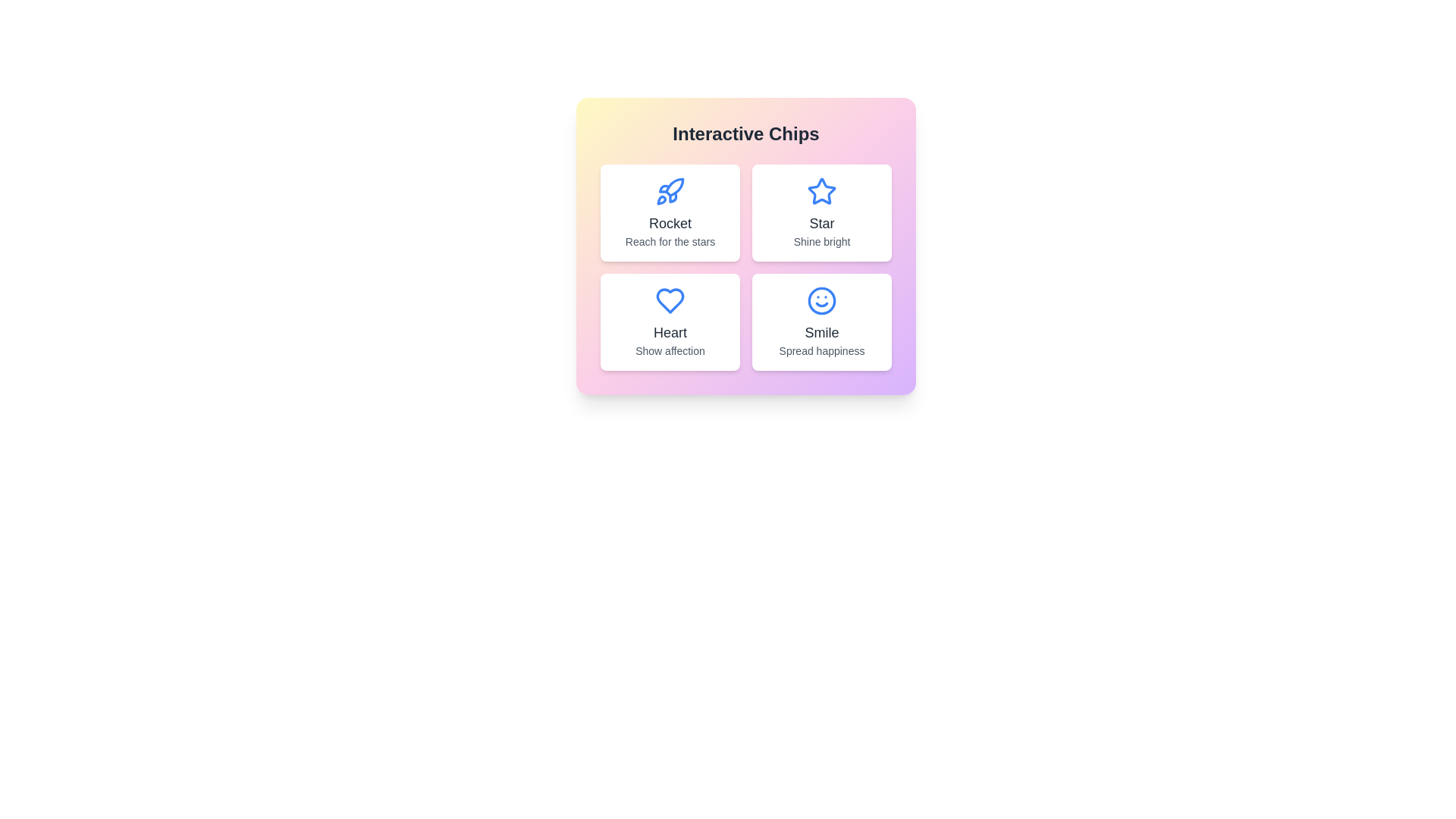 The width and height of the screenshot is (1456, 819). What do you see at coordinates (745, 133) in the screenshot?
I see `the title text 'Interactive Chips' to focus on it` at bounding box center [745, 133].